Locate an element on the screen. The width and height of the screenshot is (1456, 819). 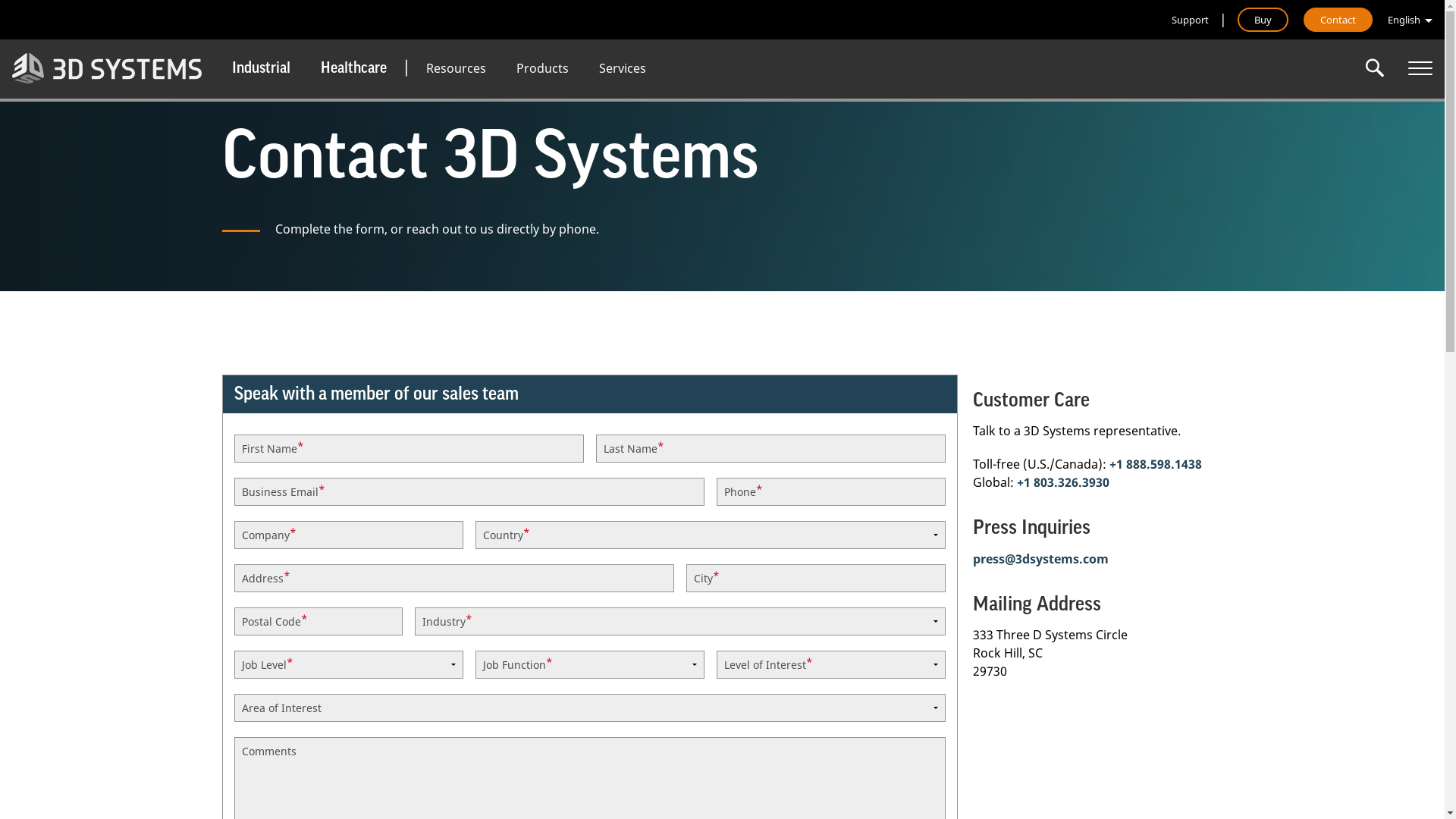
'Enter the terms you wish to search for.' is located at coordinates (1375, 67).